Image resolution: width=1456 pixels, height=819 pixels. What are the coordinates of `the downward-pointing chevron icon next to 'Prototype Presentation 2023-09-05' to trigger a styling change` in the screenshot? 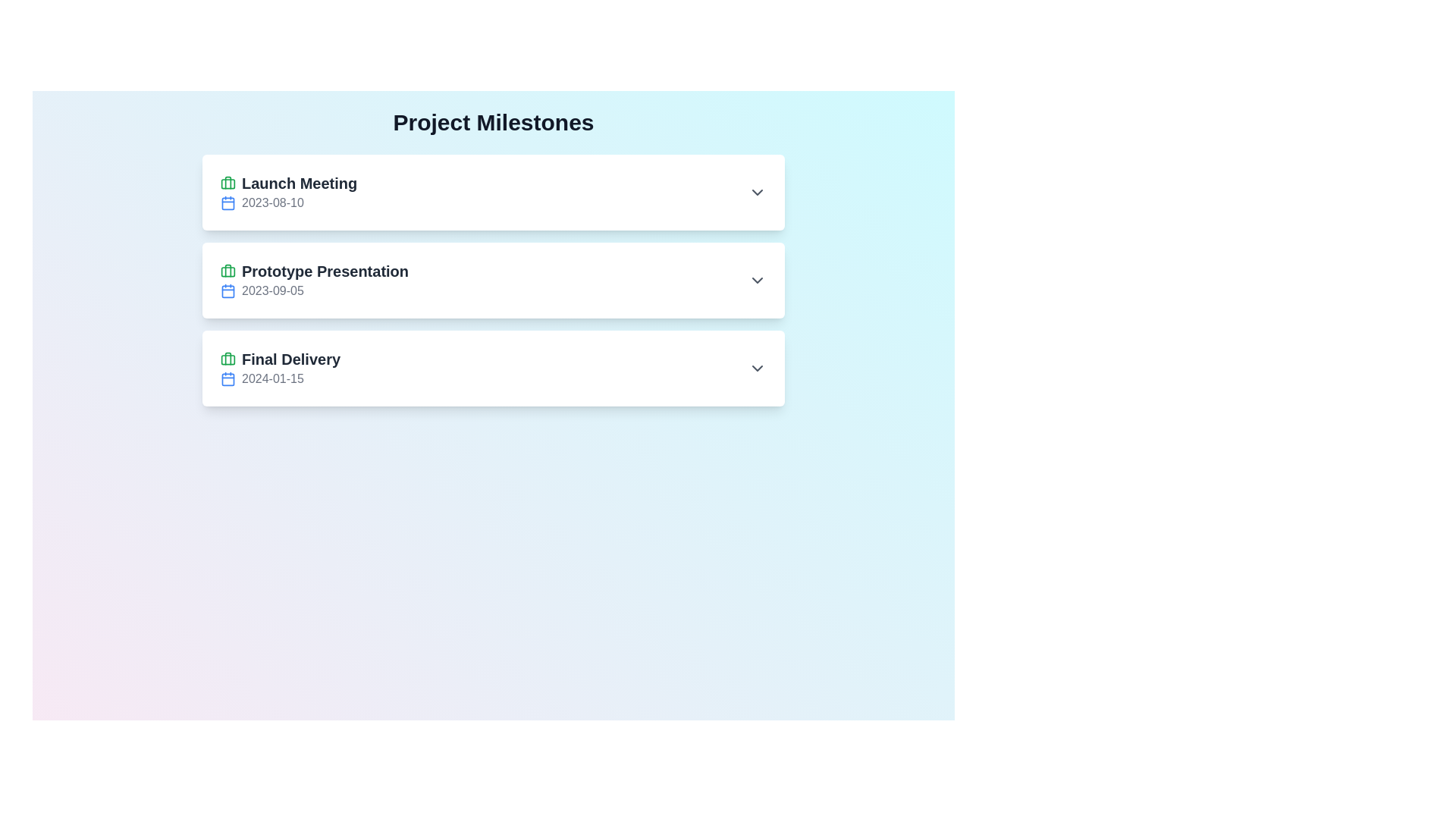 It's located at (757, 281).